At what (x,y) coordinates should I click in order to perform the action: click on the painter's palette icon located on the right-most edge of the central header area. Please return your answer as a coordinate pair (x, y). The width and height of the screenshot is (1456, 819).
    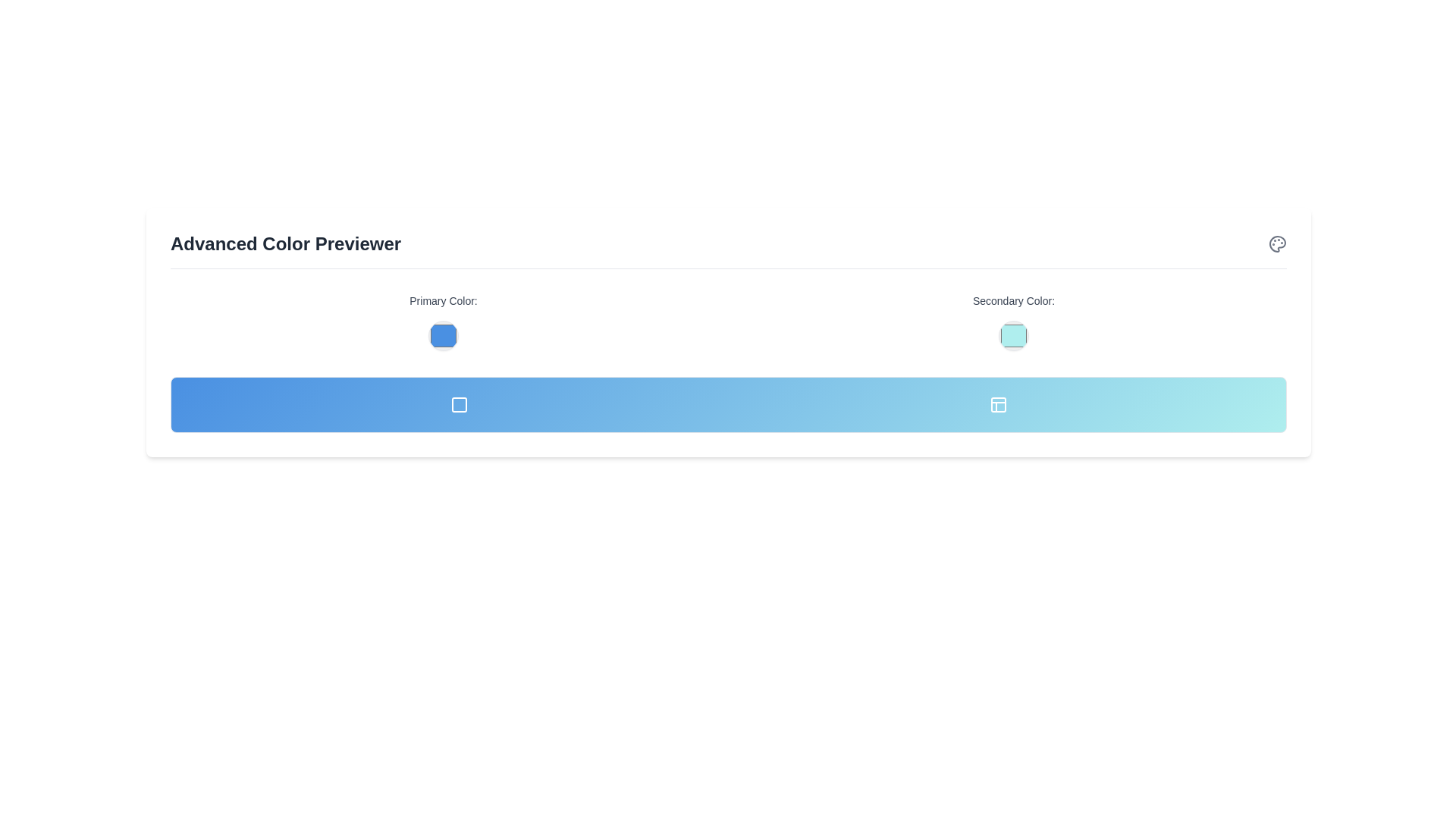
    Looking at the image, I should click on (1276, 243).